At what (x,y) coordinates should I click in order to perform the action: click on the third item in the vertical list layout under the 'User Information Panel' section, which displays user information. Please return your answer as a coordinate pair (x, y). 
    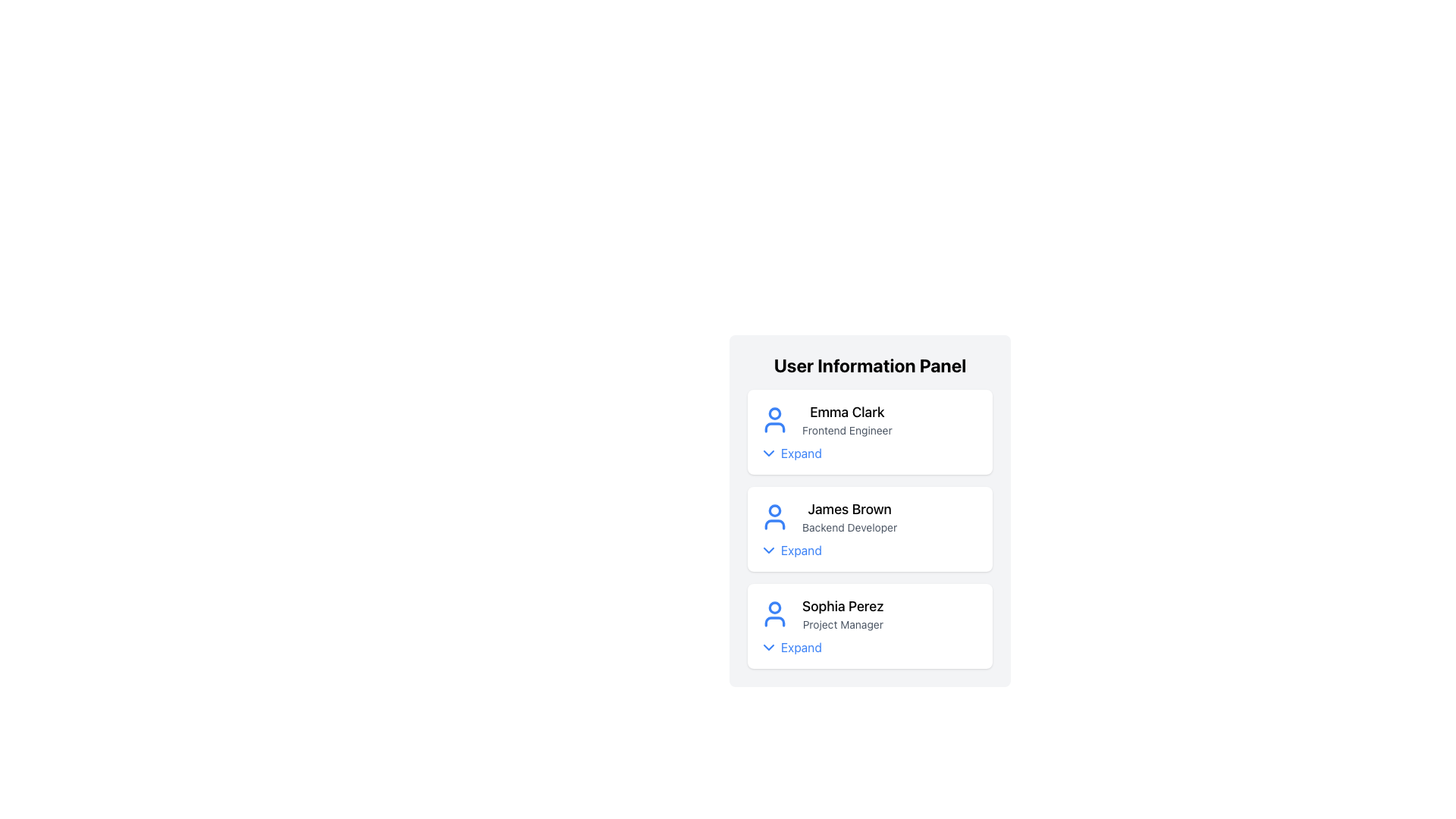
    Looking at the image, I should click on (870, 614).